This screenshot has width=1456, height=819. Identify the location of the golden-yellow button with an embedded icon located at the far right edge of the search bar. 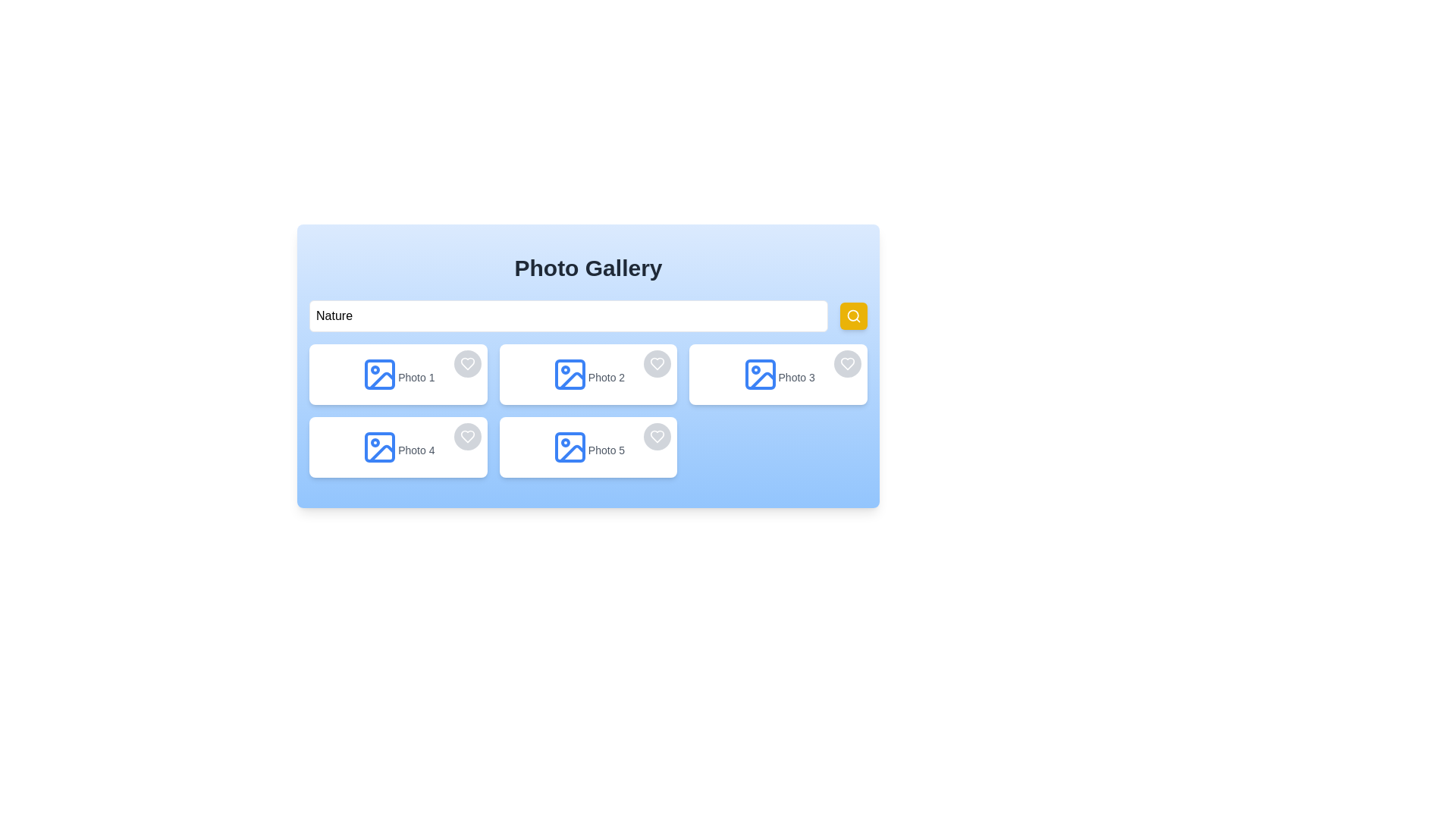
(854, 315).